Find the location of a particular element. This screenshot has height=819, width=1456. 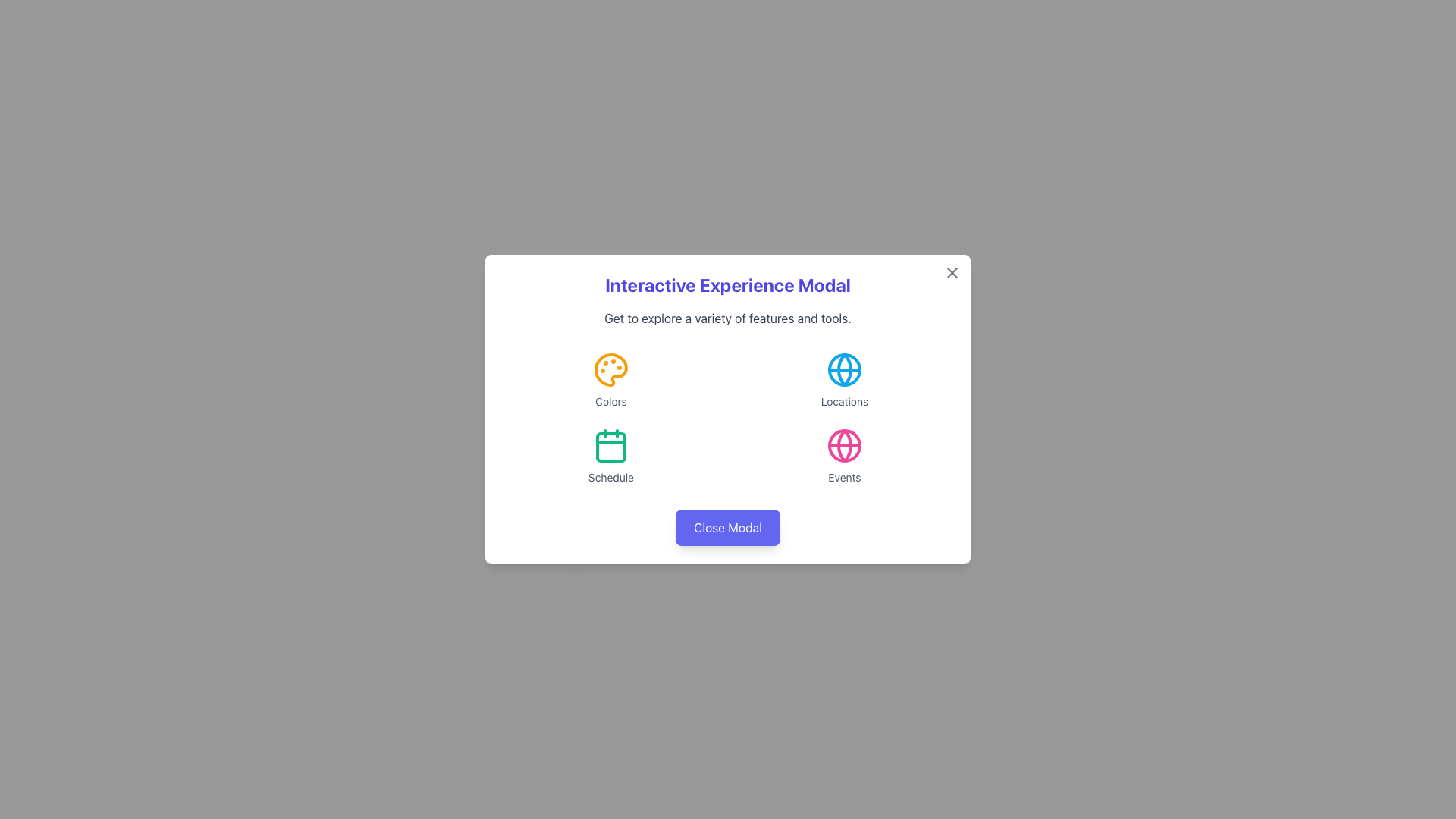

the 'Events' label, which is styled with a small gray font and positioned below a pink globe icon in the lower right corner of the central modal window is located at coordinates (843, 476).